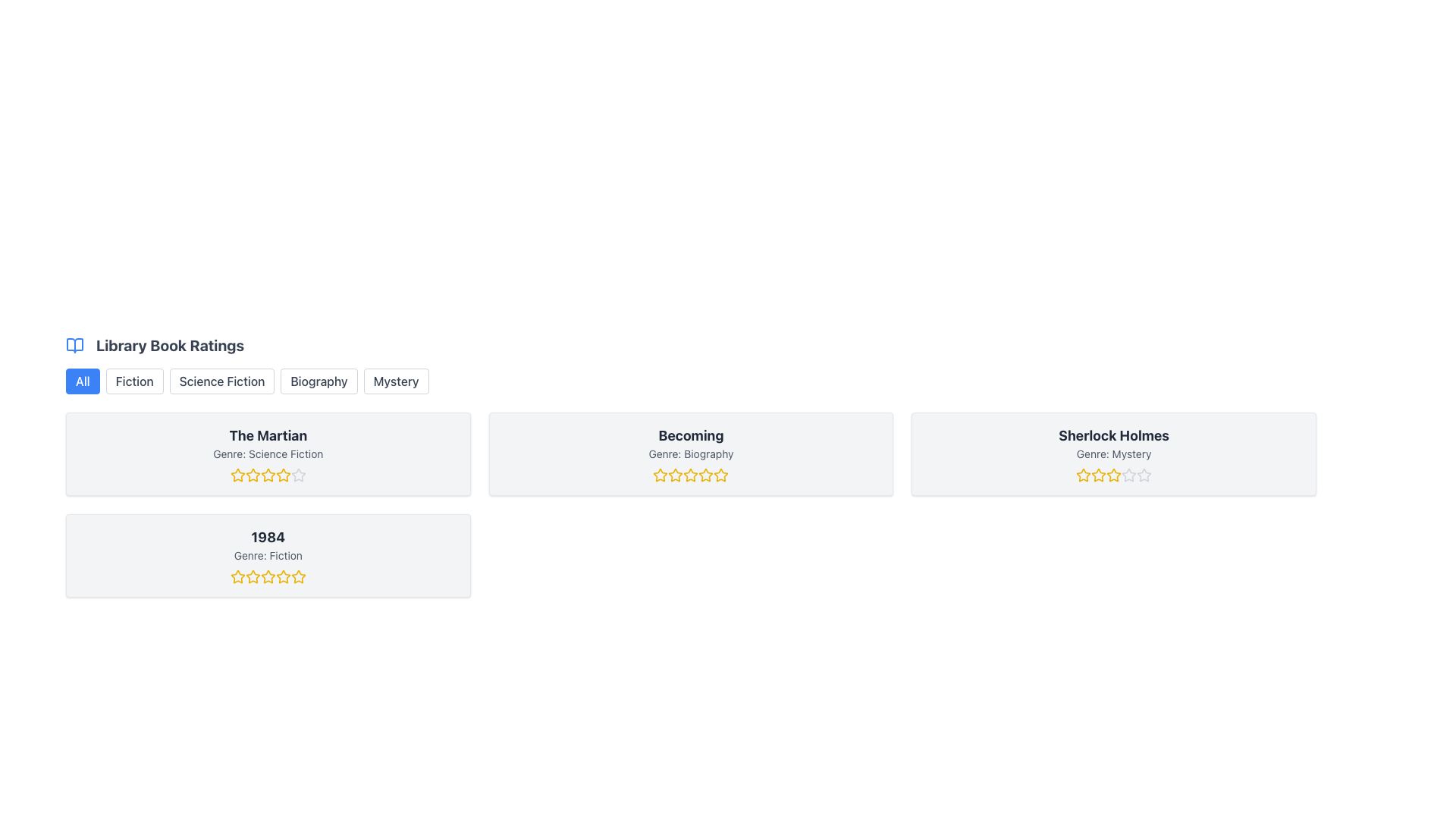 The height and width of the screenshot is (819, 1456). I want to click on the first star rating icon in the 'Sherlock Holmes' book card, so click(1083, 474).